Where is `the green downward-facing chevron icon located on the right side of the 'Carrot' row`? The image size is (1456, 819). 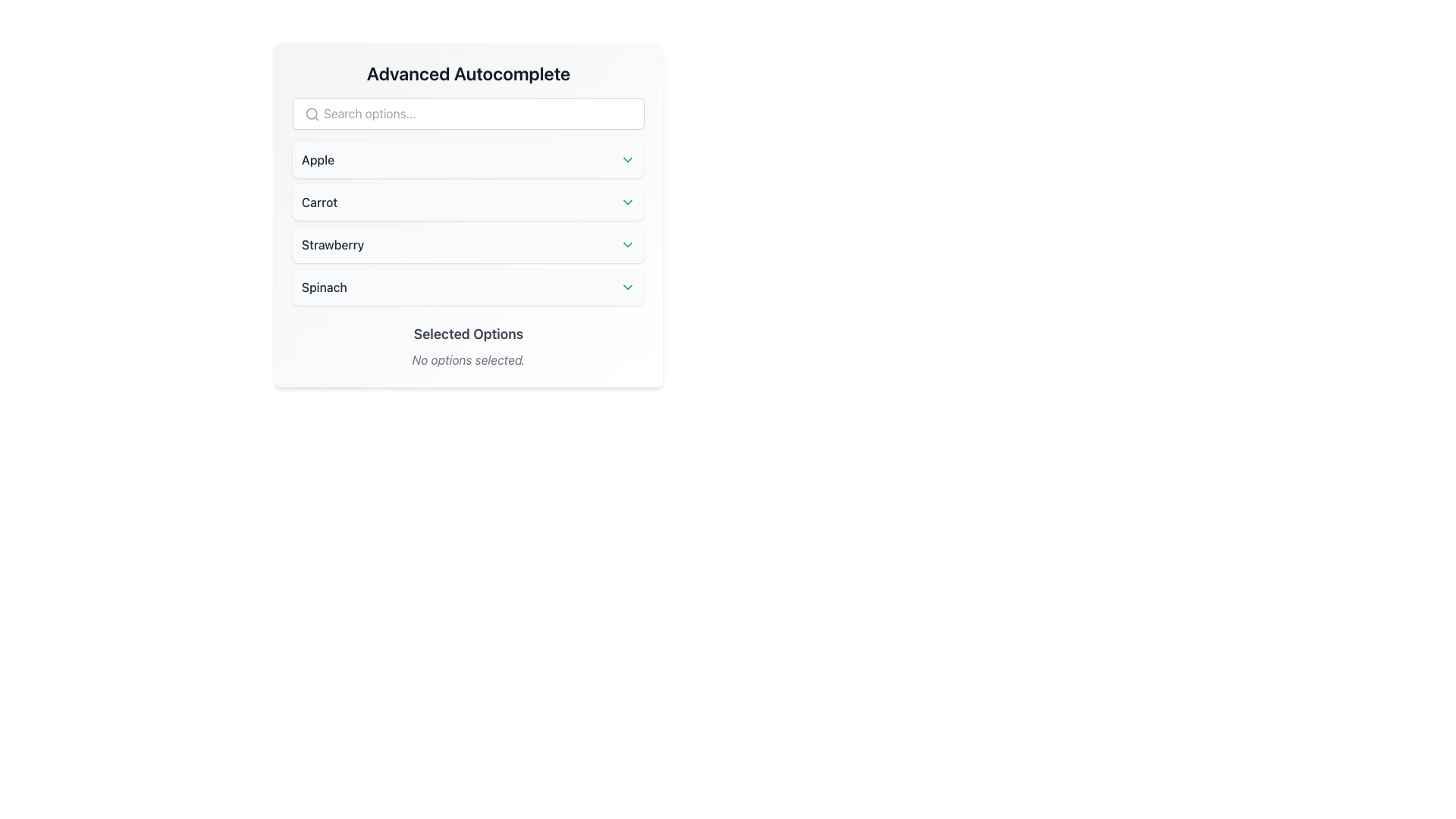
the green downward-facing chevron icon located on the right side of the 'Carrot' row is located at coordinates (628, 201).